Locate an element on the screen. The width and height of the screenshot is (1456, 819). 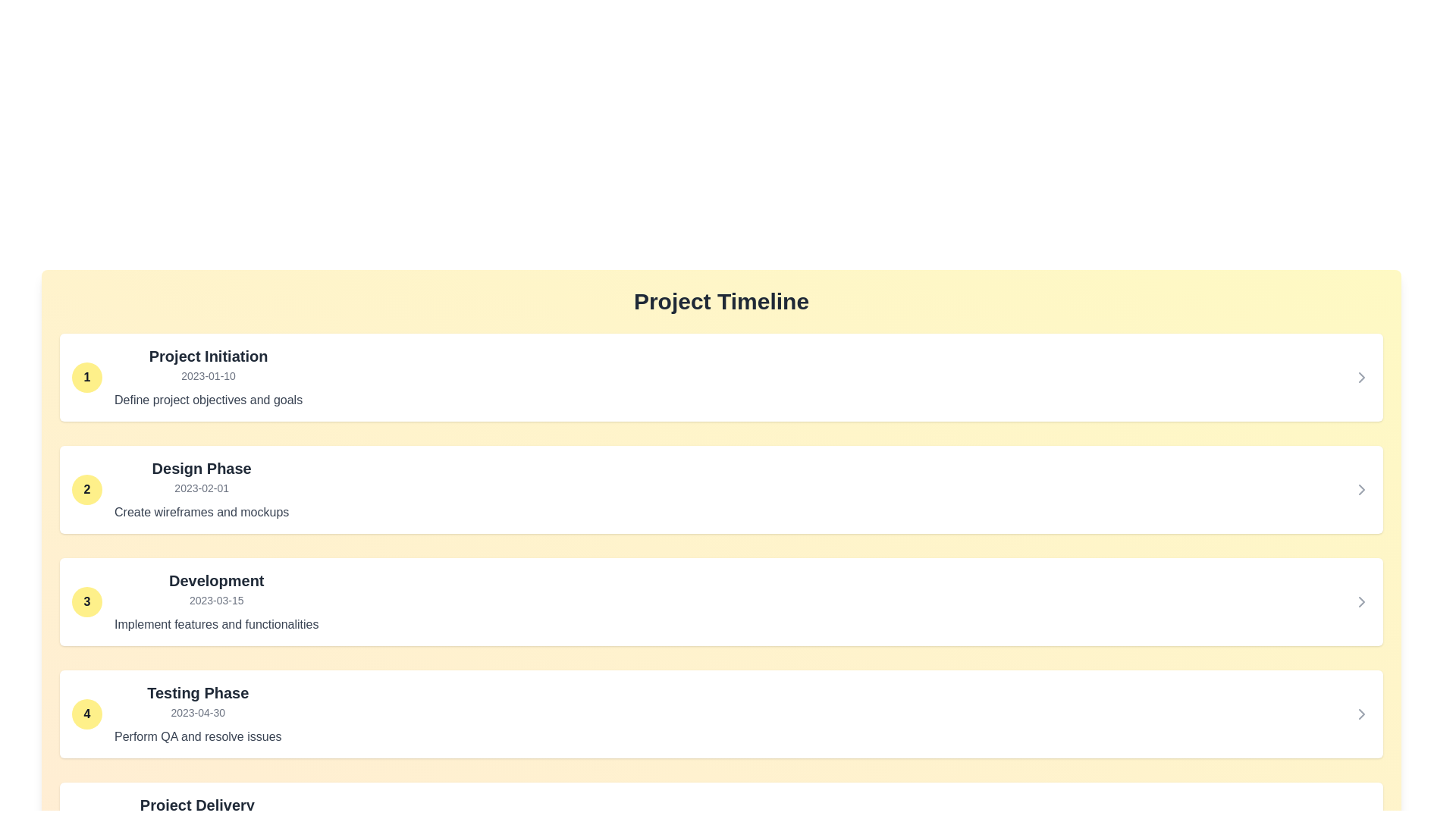
the timestamp Text Label located in the third task card of the vertical timeline layout, which is centered below the 'Development' title and above the 'Implement features and functionalities' text is located at coordinates (215, 599).